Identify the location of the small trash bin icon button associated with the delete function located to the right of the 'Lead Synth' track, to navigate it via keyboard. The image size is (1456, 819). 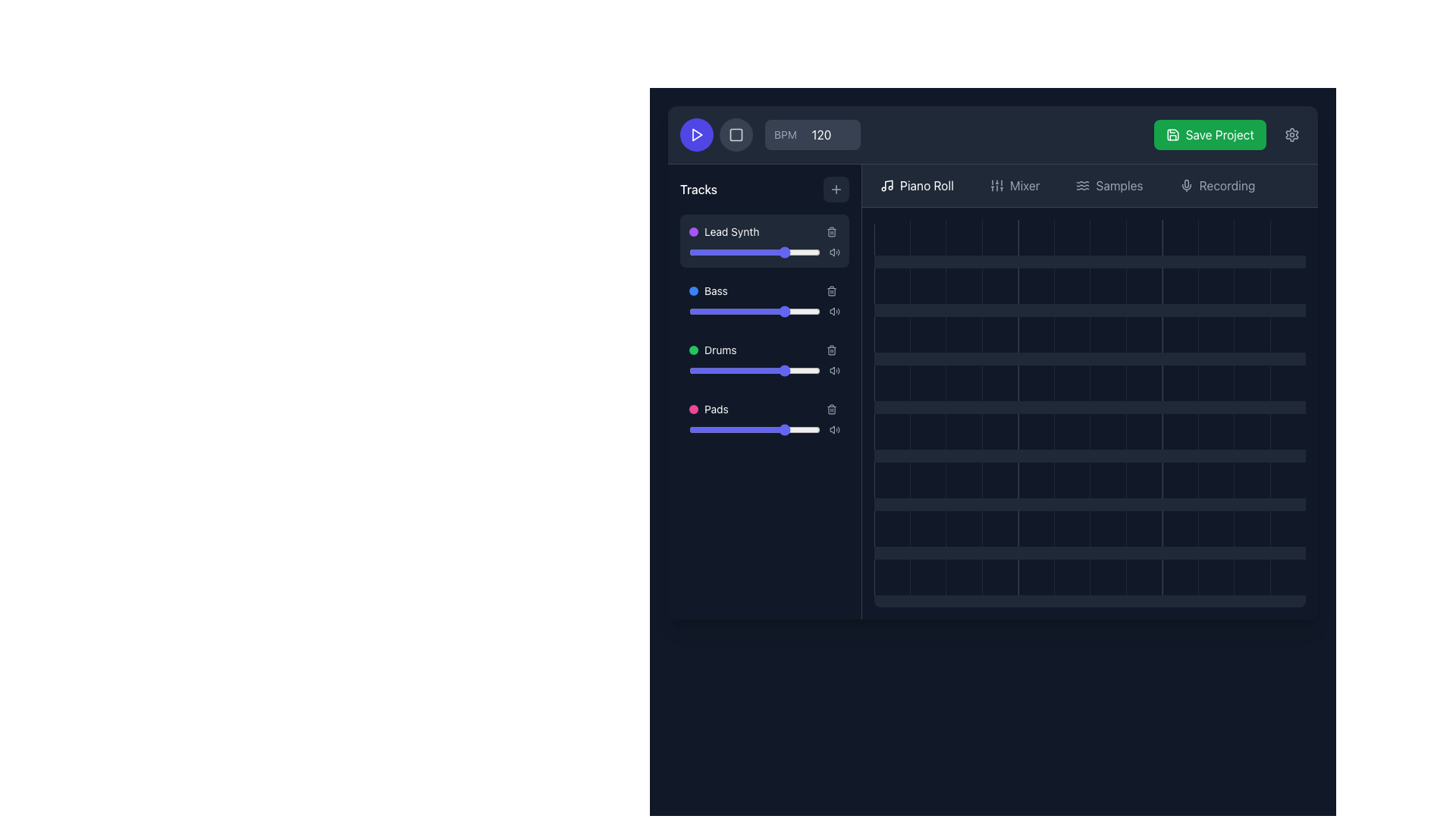
(831, 231).